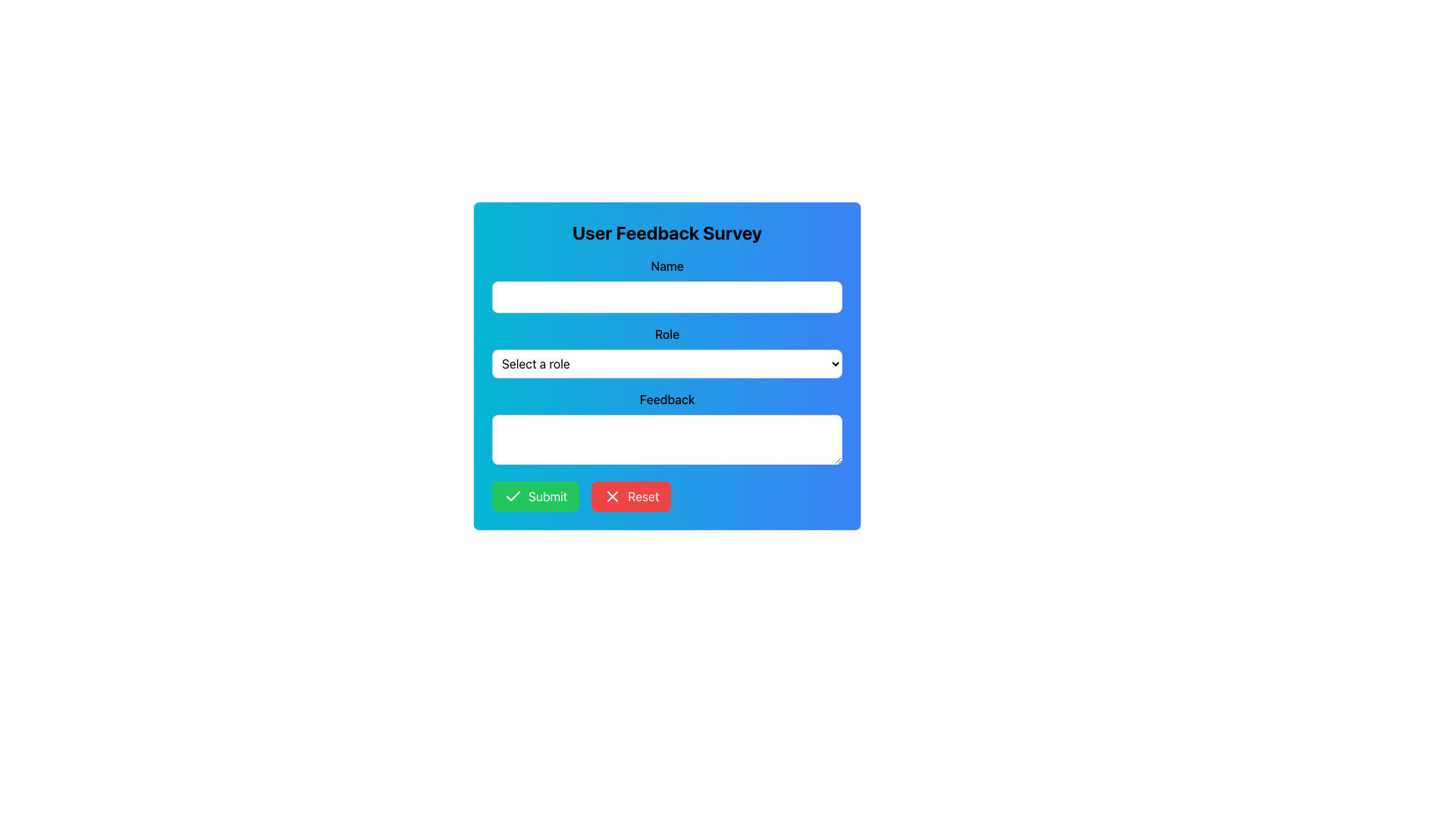 The height and width of the screenshot is (819, 1456). What do you see at coordinates (667, 399) in the screenshot?
I see `the 'Feedback' text label, which is a medium-weighted font text element located above the input field in the user feedback survey section` at bounding box center [667, 399].